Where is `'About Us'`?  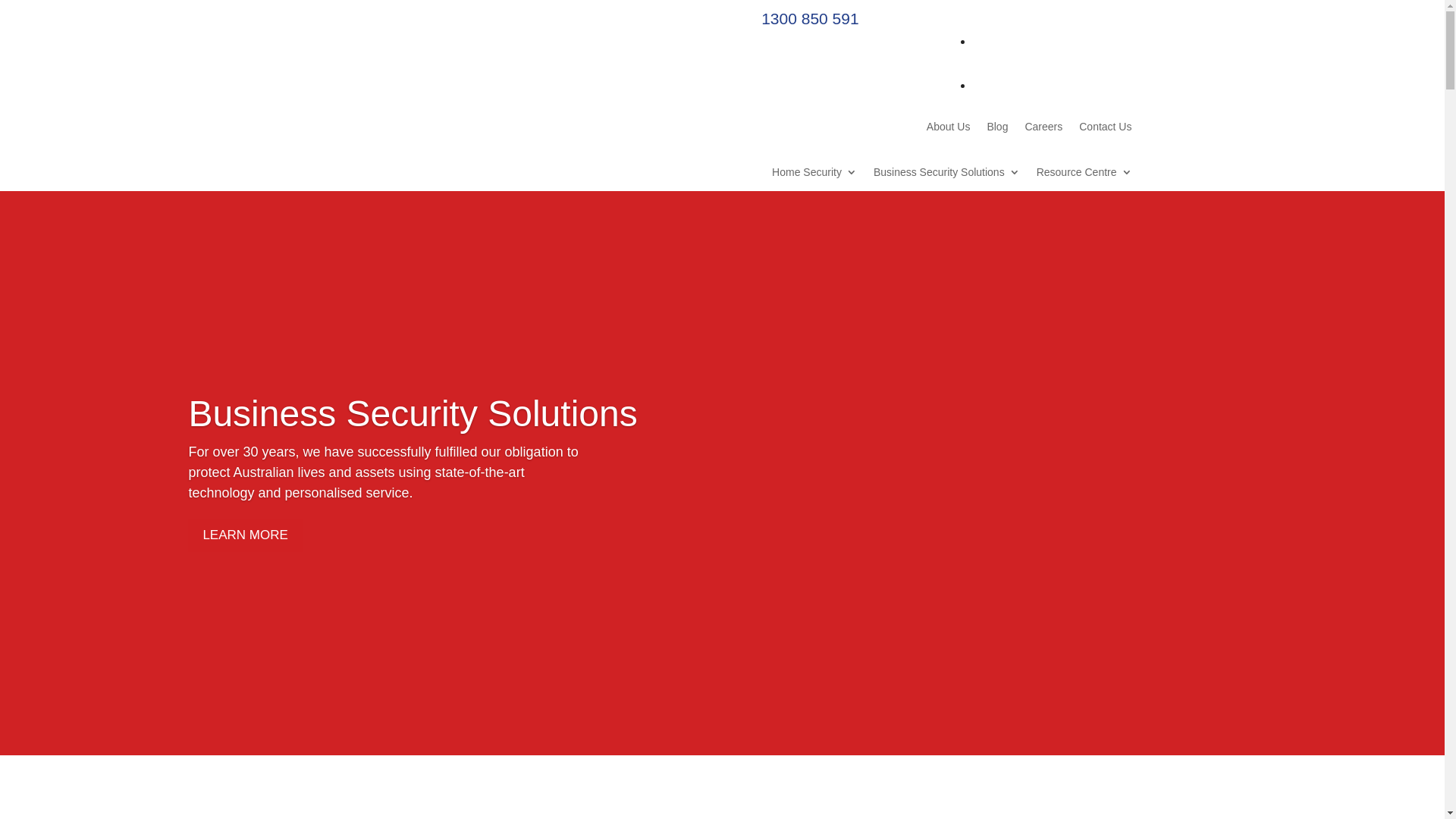 'About Us' is located at coordinates (948, 128).